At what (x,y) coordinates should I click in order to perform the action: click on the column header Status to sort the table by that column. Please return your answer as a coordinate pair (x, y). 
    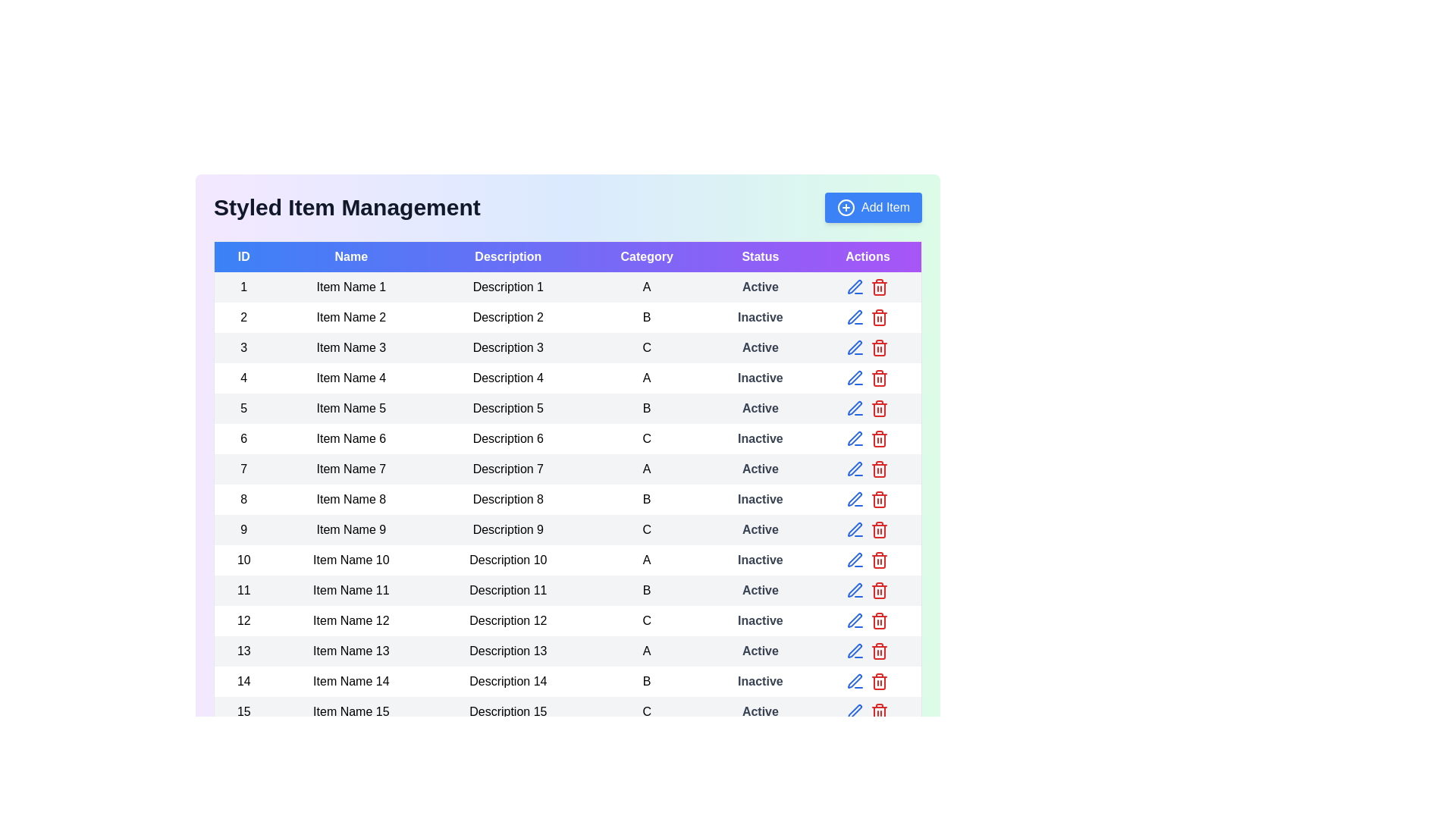
    Looking at the image, I should click on (760, 256).